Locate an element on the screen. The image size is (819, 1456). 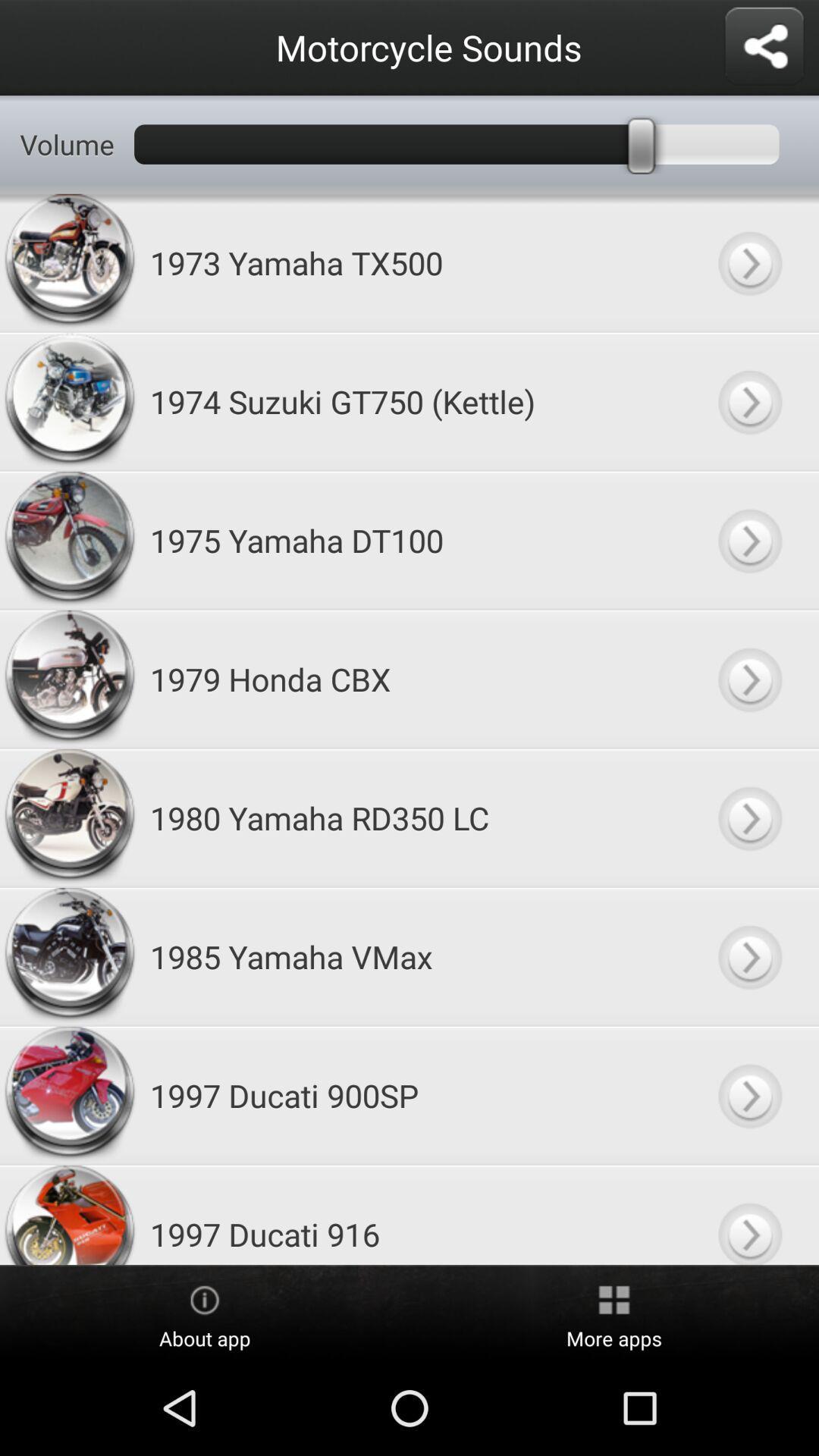
1975 yamaha dt100 is located at coordinates (748, 540).